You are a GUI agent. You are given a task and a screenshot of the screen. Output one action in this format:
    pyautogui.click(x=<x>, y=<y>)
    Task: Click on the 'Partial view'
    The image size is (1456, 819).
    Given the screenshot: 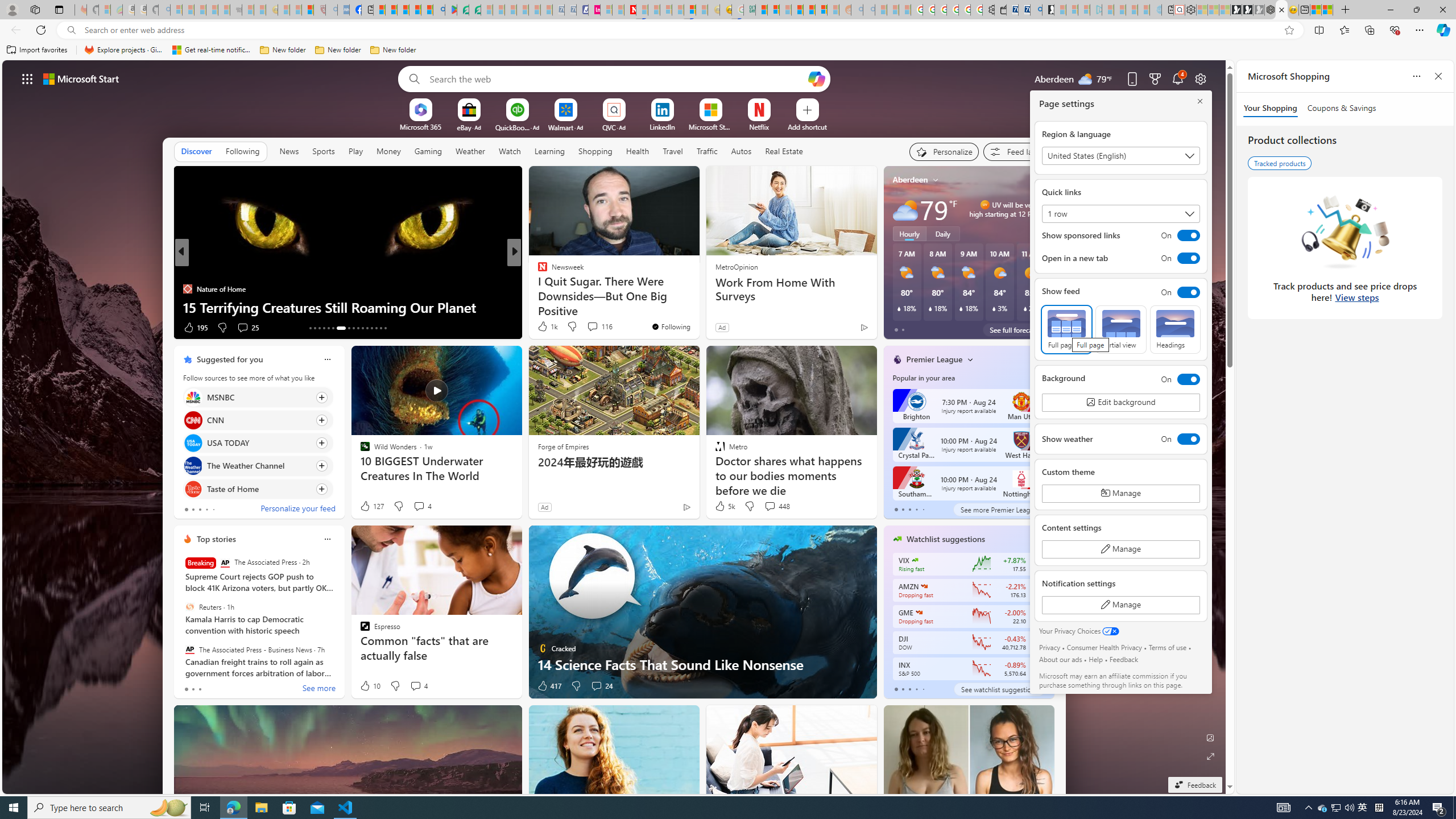 What is the action you would take?
    pyautogui.click(x=1120, y=329)
    